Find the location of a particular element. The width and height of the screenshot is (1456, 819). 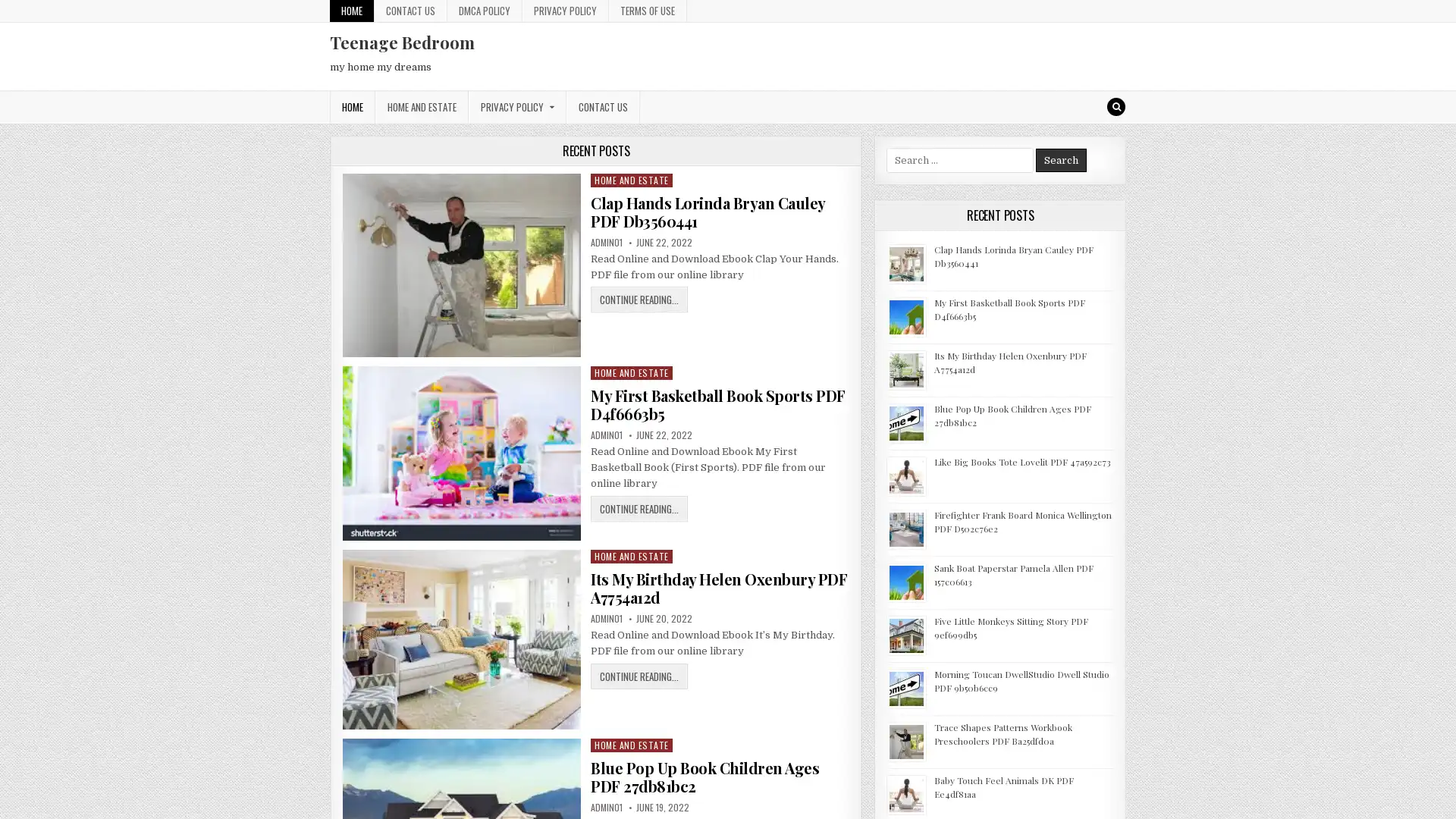

Search is located at coordinates (1060, 160).